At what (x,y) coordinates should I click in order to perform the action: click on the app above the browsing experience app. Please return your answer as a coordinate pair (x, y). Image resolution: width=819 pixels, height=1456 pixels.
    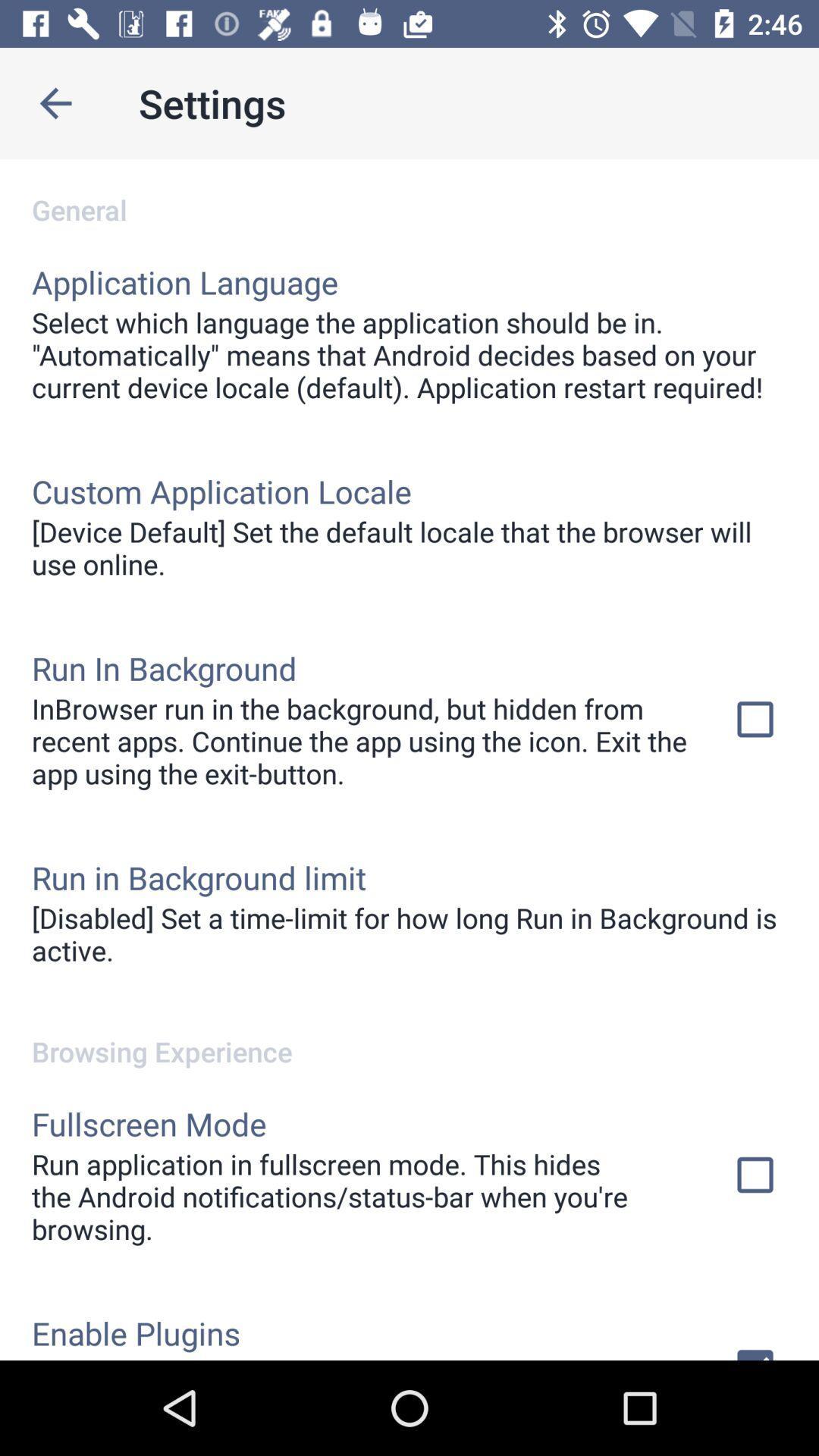
    Looking at the image, I should click on (409, 933).